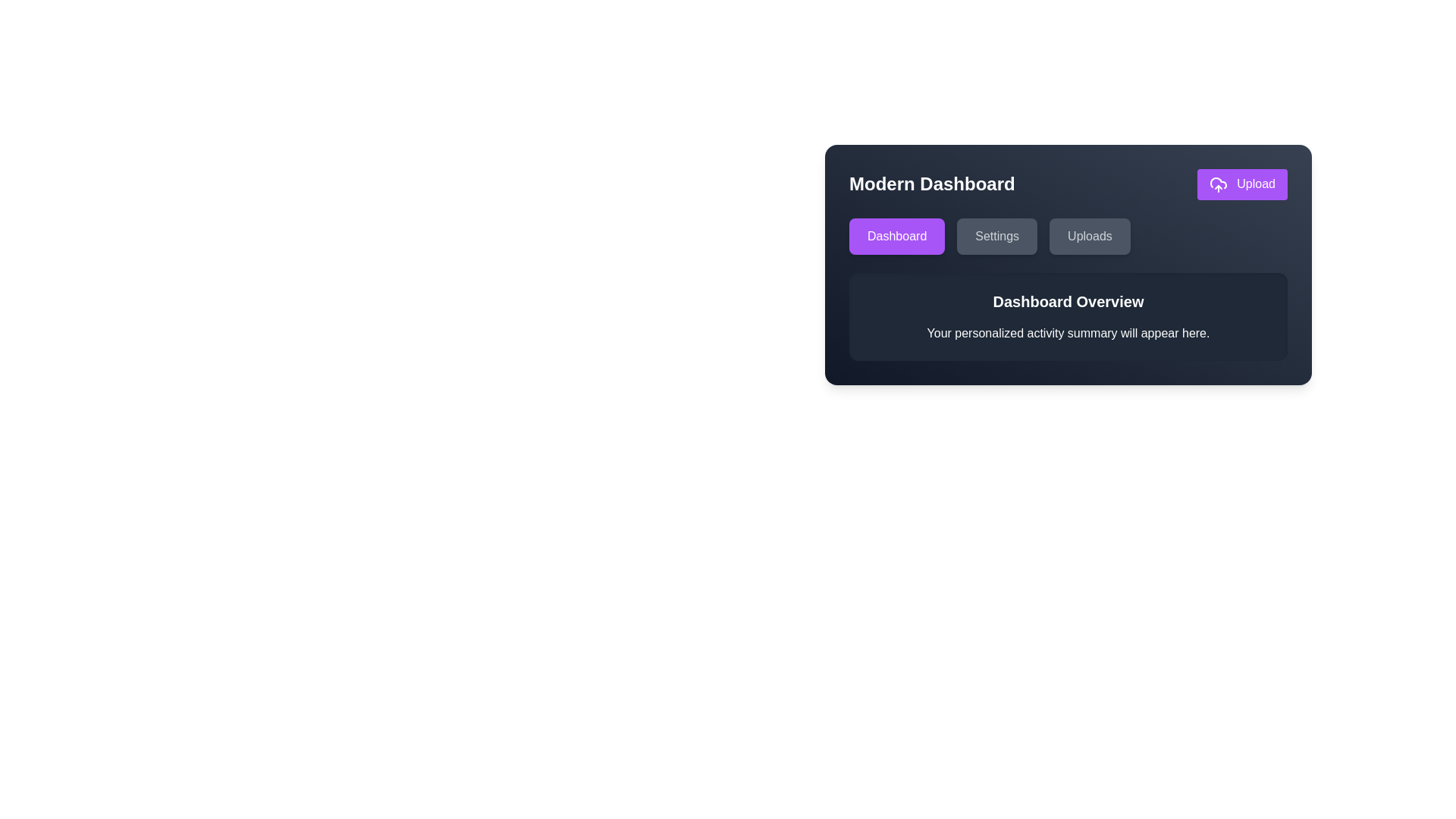 The height and width of the screenshot is (819, 1456). I want to click on the 'Dashboard' button, which is the first button in a horizontal group of three, so click(897, 236).